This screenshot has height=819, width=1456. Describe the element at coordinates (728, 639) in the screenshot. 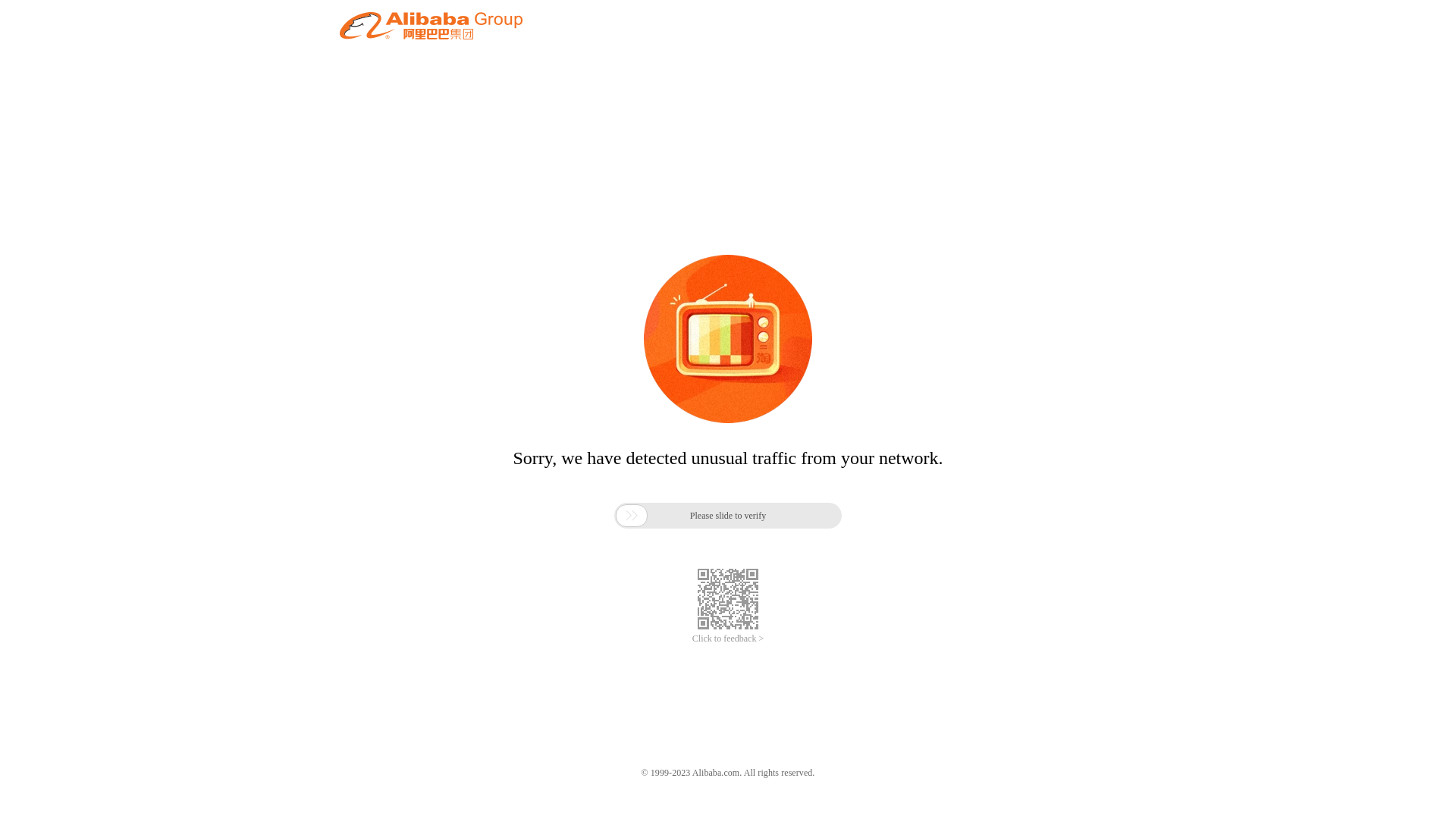

I see `'Click to feedback >'` at that location.